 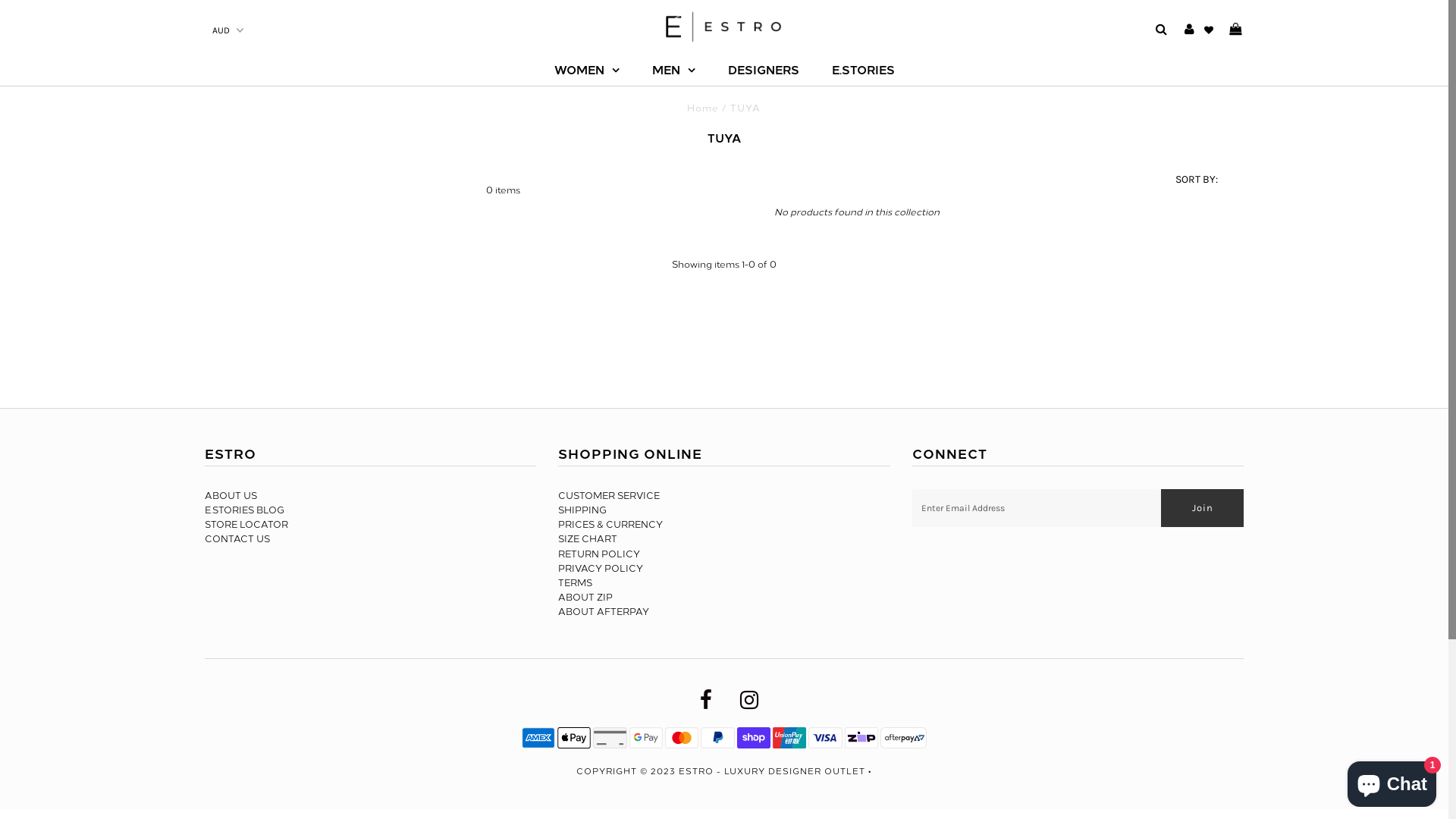 I want to click on 'E.STORIES', so click(x=862, y=70).